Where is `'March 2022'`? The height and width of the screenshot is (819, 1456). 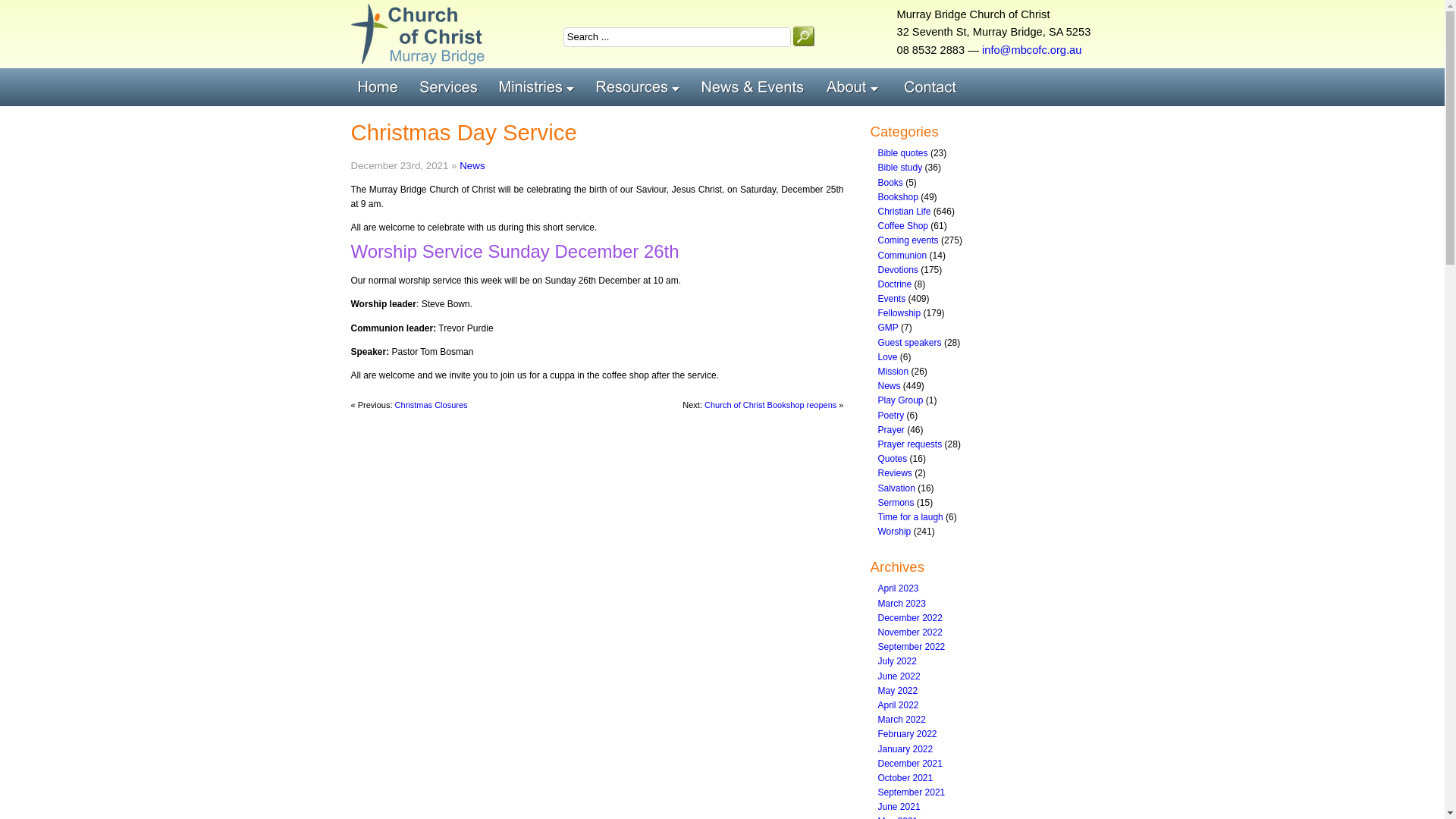
'March 2022' is located at coordinates (902, 718).